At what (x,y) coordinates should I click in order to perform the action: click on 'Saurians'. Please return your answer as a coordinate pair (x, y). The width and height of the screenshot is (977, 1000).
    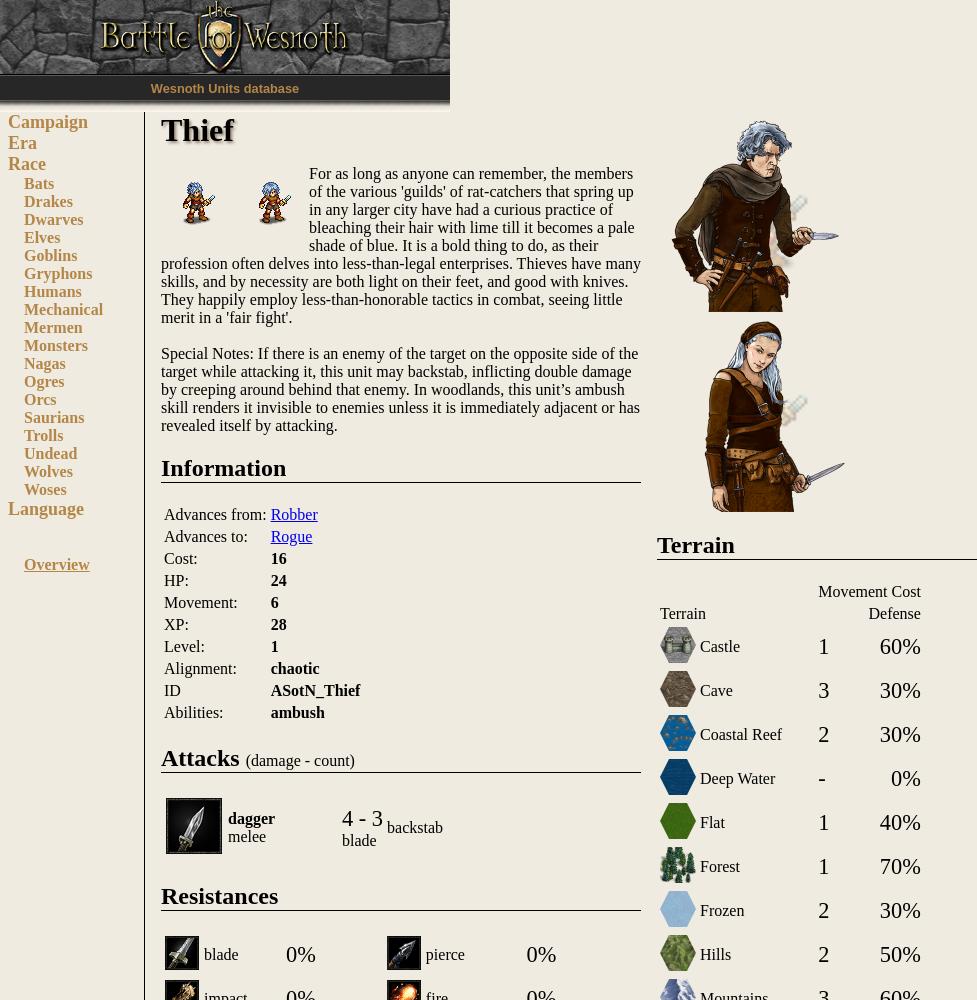
    Looking at the image, I should click on (54, 417).